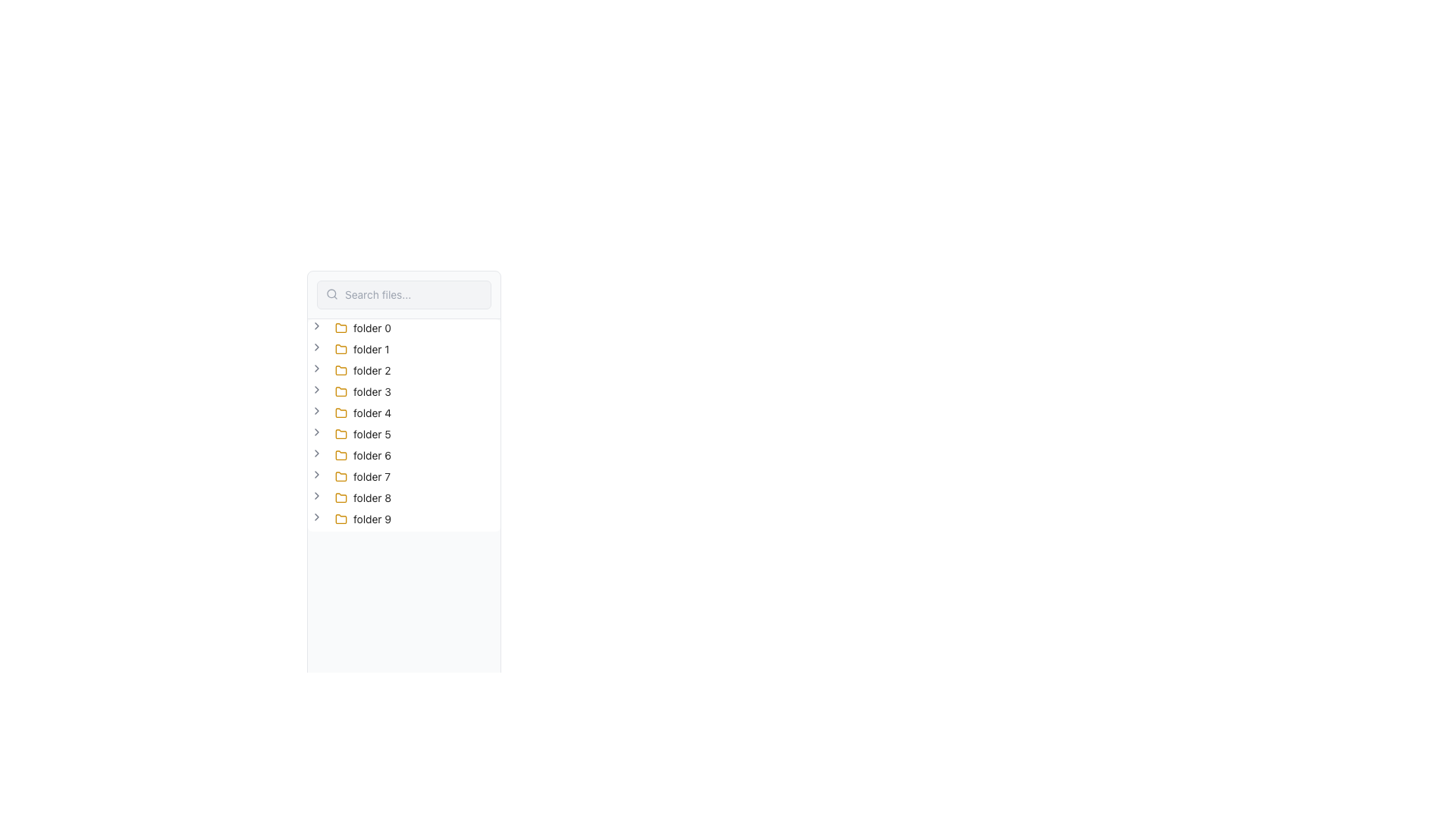  Describe the element at coordinates (372, 371) in the screenshot. I see `the text label for the folder named 'folder 2' located in the left panel's vertical list` at that location.